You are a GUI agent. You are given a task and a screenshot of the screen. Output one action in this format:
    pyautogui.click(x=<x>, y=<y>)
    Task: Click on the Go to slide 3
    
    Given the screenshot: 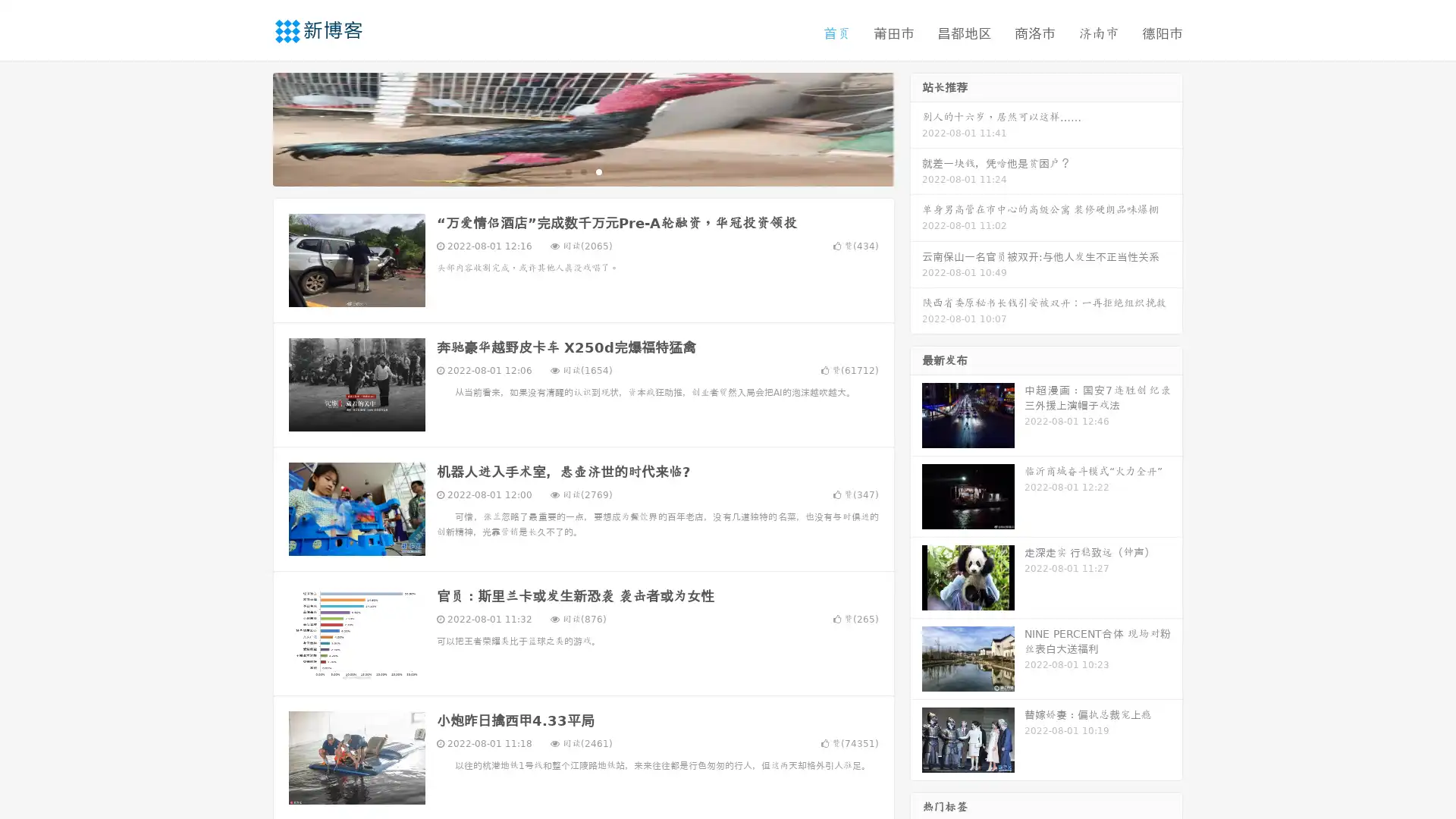 What is the action you would take?
    pyautogui.click(x=598, y=171)
    